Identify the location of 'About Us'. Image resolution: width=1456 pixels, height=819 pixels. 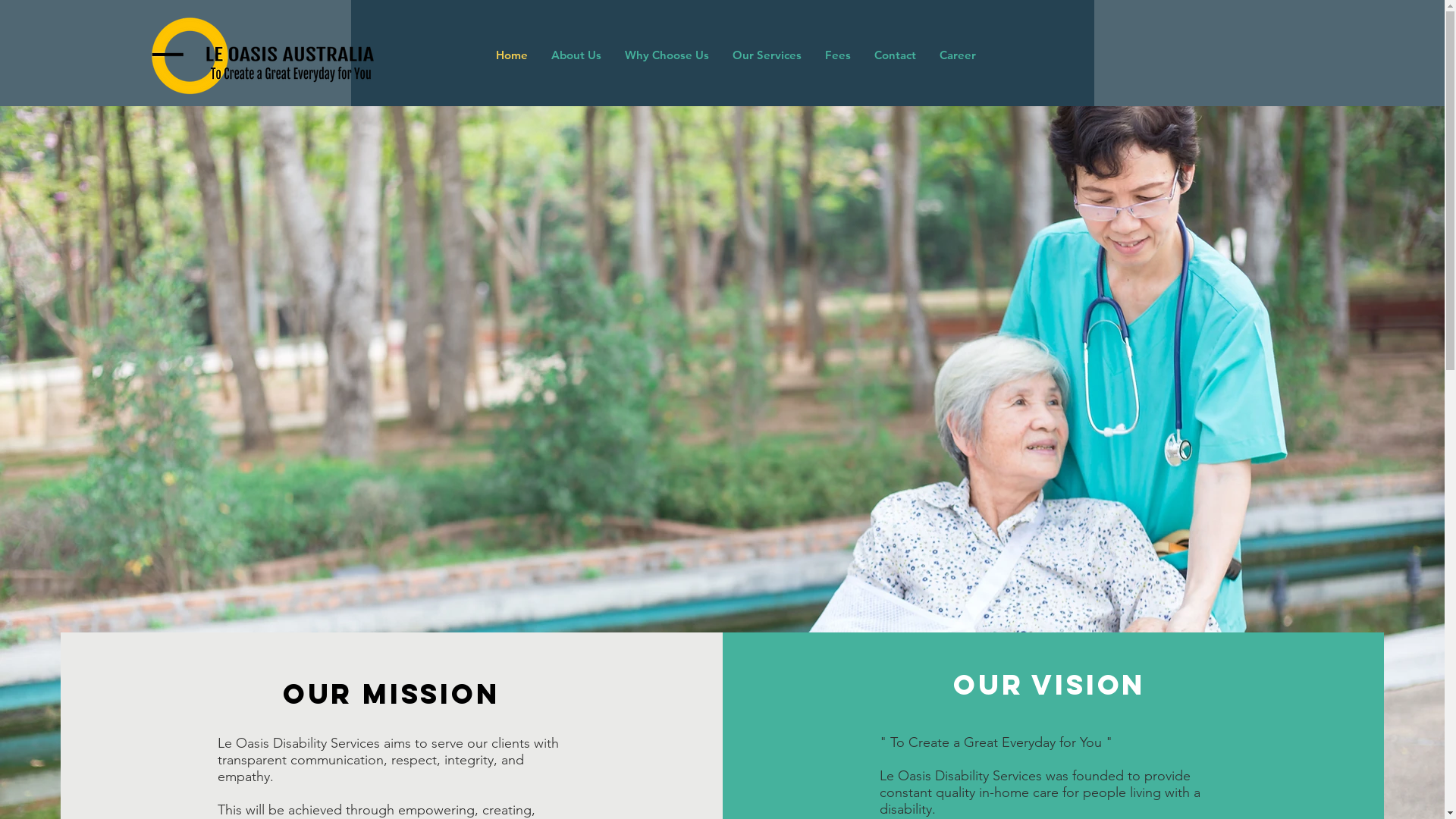
(574, 55).